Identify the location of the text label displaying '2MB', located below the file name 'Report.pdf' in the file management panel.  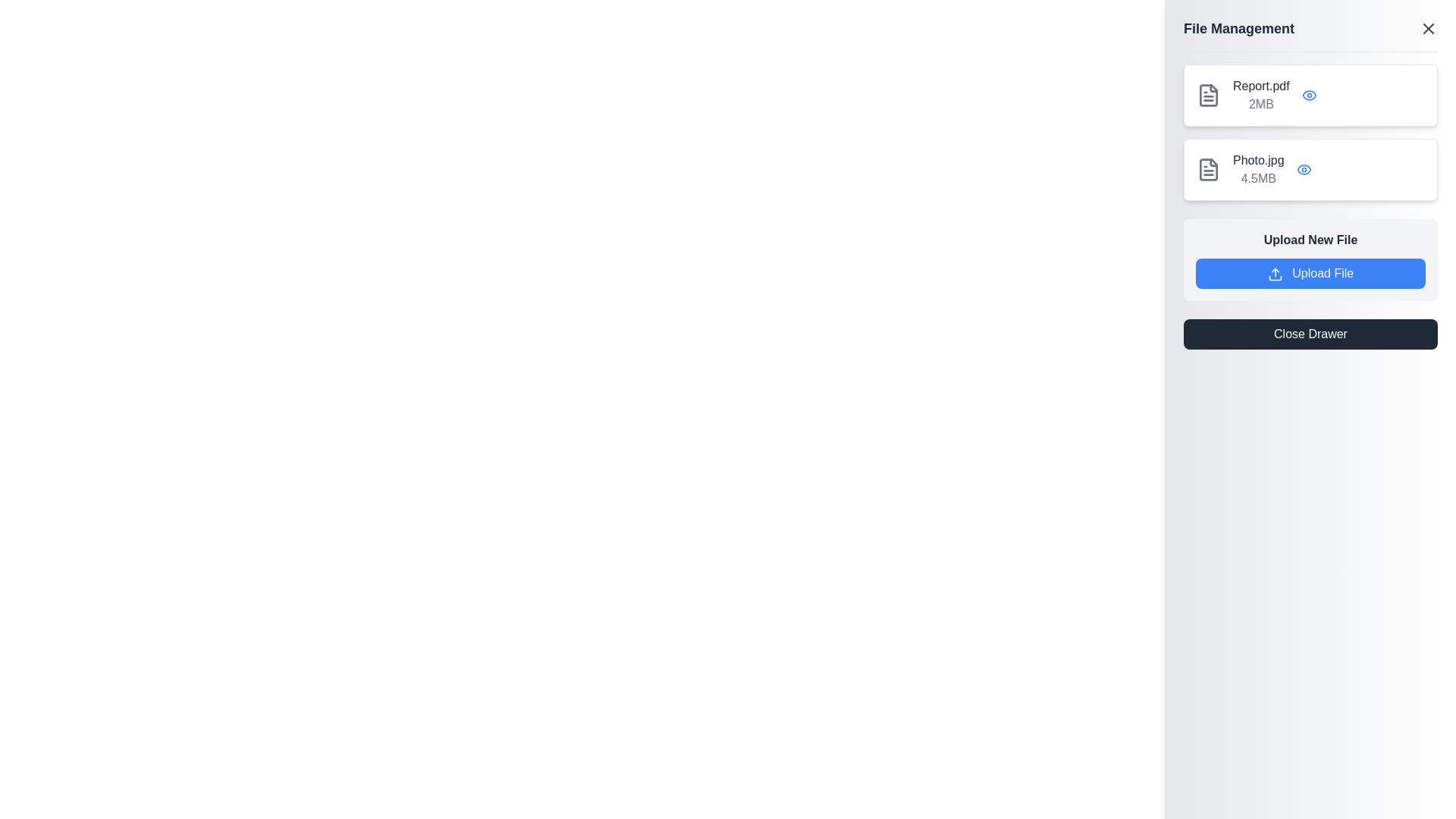
(1261, 104).